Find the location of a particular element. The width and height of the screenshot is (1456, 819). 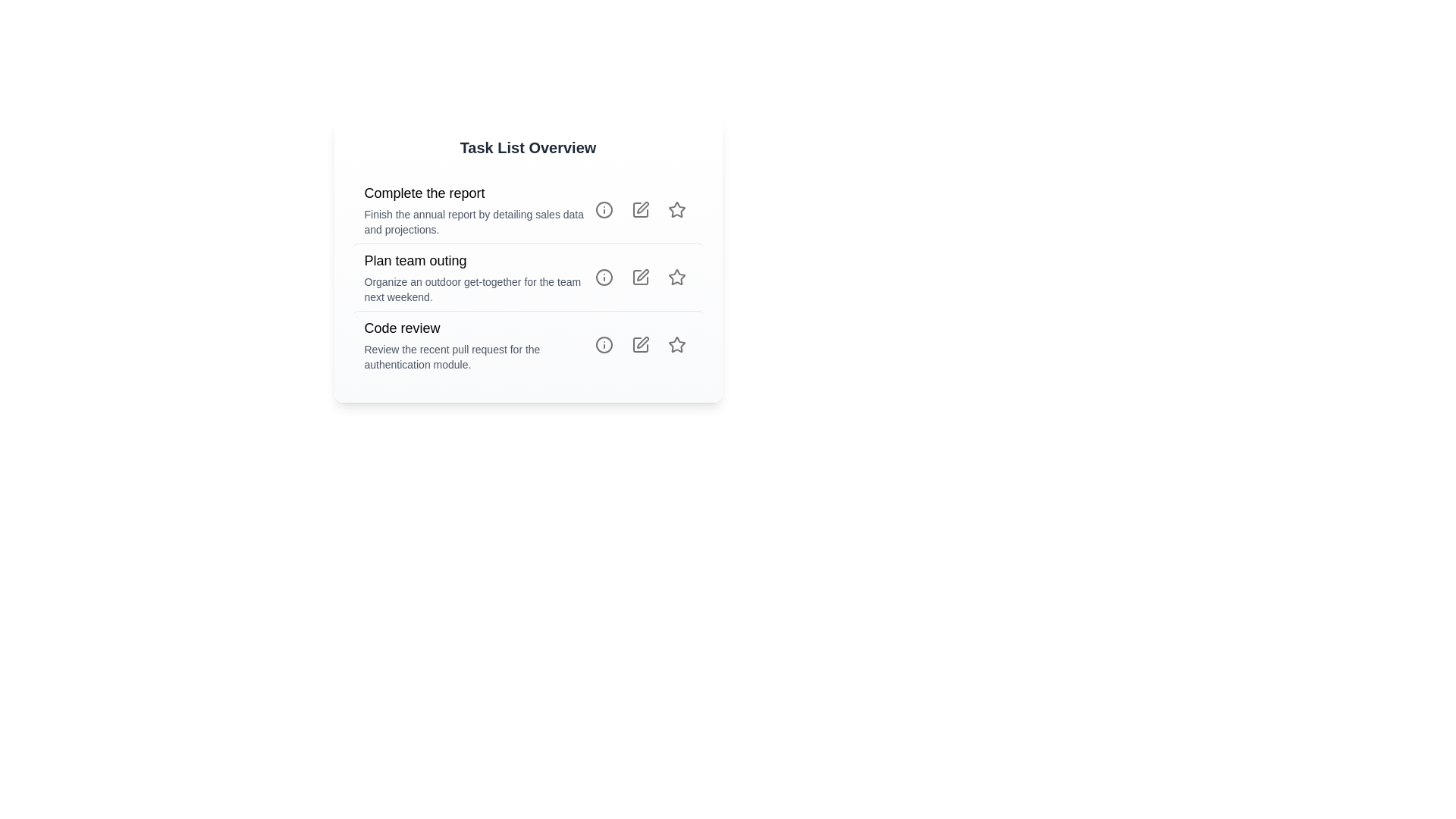

the third star-shaped icon outlined in gray, which is located to the right of the 'Code review' entry in a vertical list of tasks is located at coordinates (676, 344).